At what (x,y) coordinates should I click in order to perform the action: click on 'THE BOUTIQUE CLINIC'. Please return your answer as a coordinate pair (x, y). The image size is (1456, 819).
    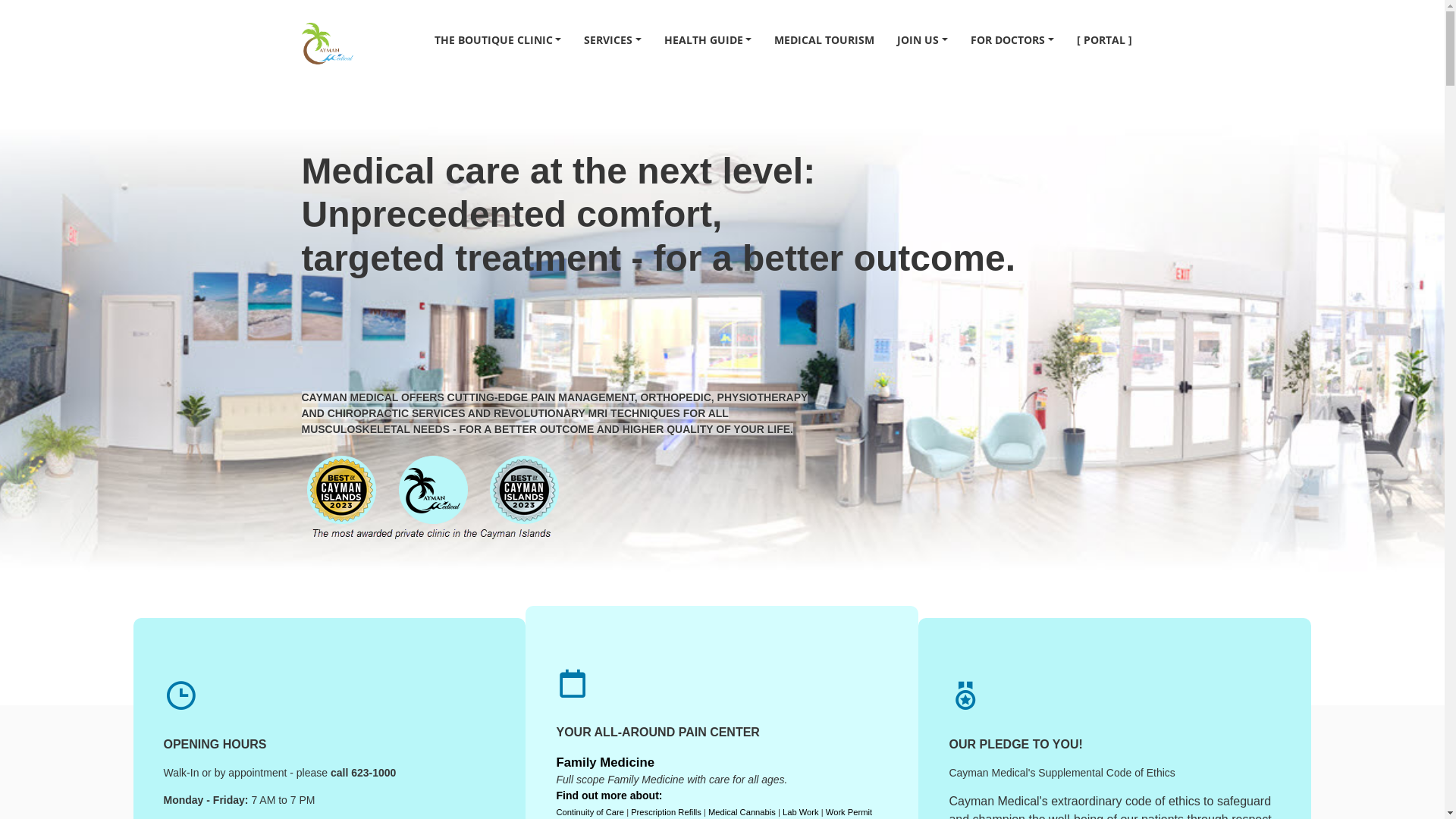
    Looking at the image, I should click on (498, 39).